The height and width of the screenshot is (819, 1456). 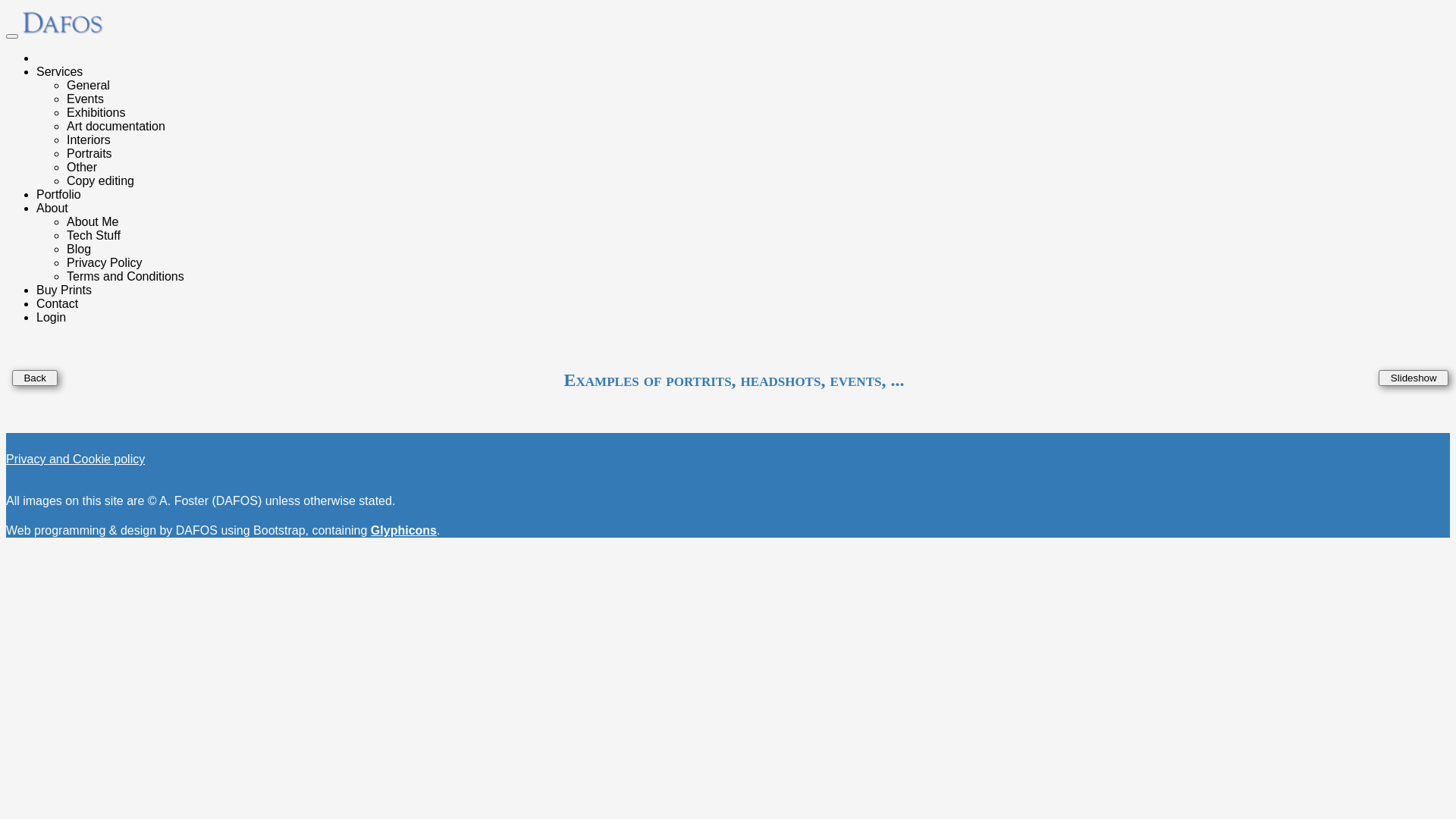 What do you see at coordinates (59, 71) in the screenshot?
I see `'Services'` at bounding box center [59, 71].